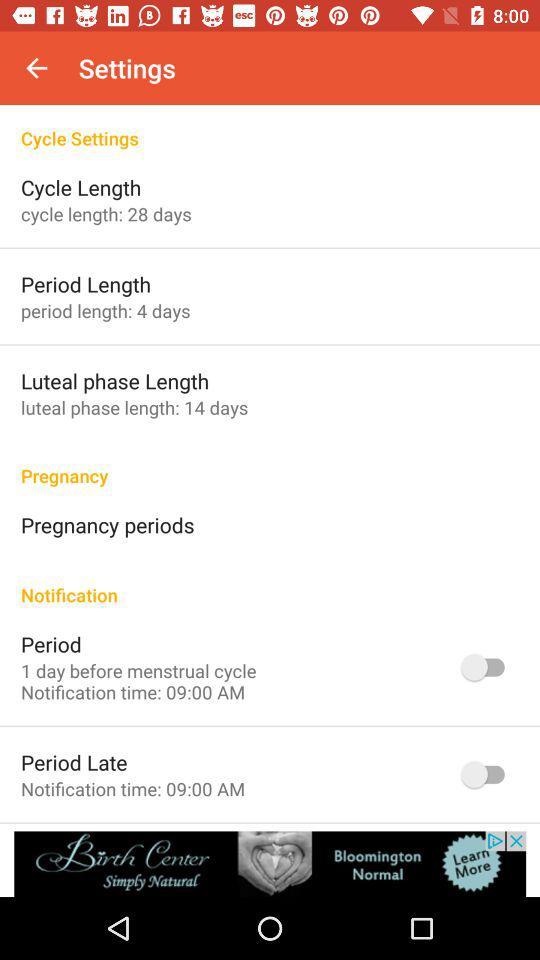  Describe the element at coordinates (270, 863) in the screenshot. I see `banner advertisement` at that location.